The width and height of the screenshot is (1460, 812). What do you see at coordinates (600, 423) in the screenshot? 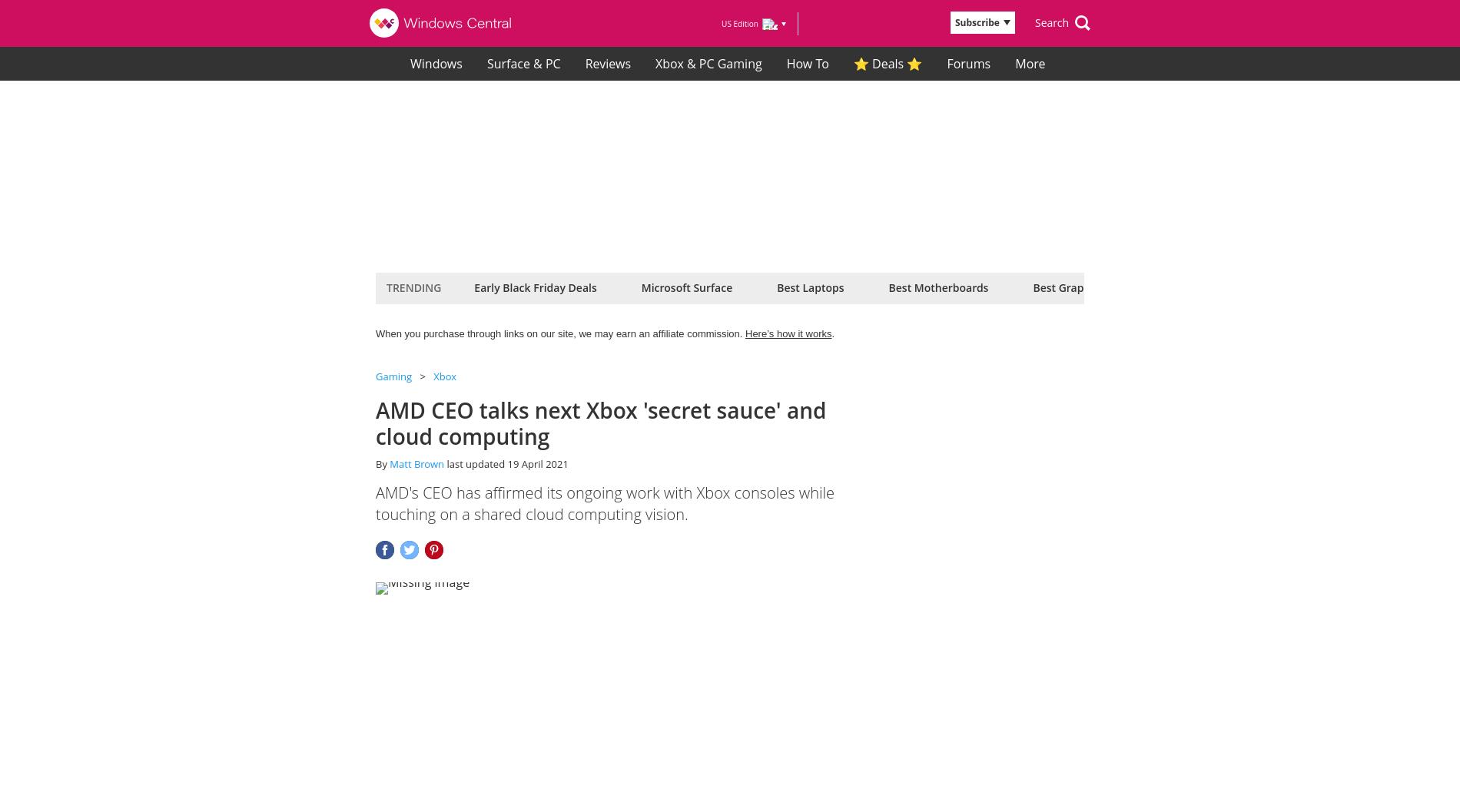
I see `'AMD CEO talks next Xbox 'secret sauce' and cloud computing'` at bounding box center [600, 423].